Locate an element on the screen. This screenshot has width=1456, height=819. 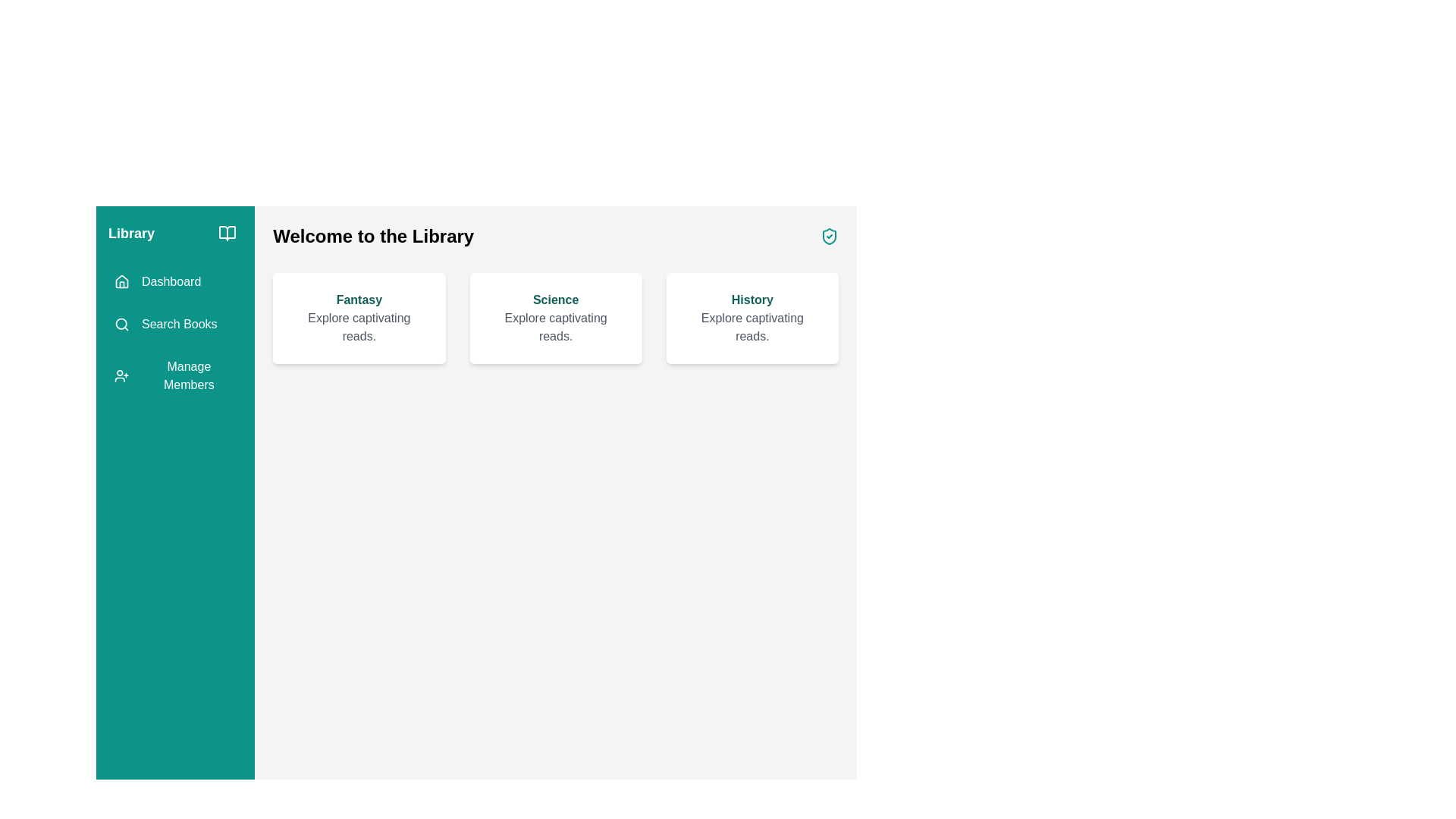
the Text label within the navigation link that leads to the Dashboard interface, located in the left sidebar under the 'Library' title is located at coordinates (171, 281).